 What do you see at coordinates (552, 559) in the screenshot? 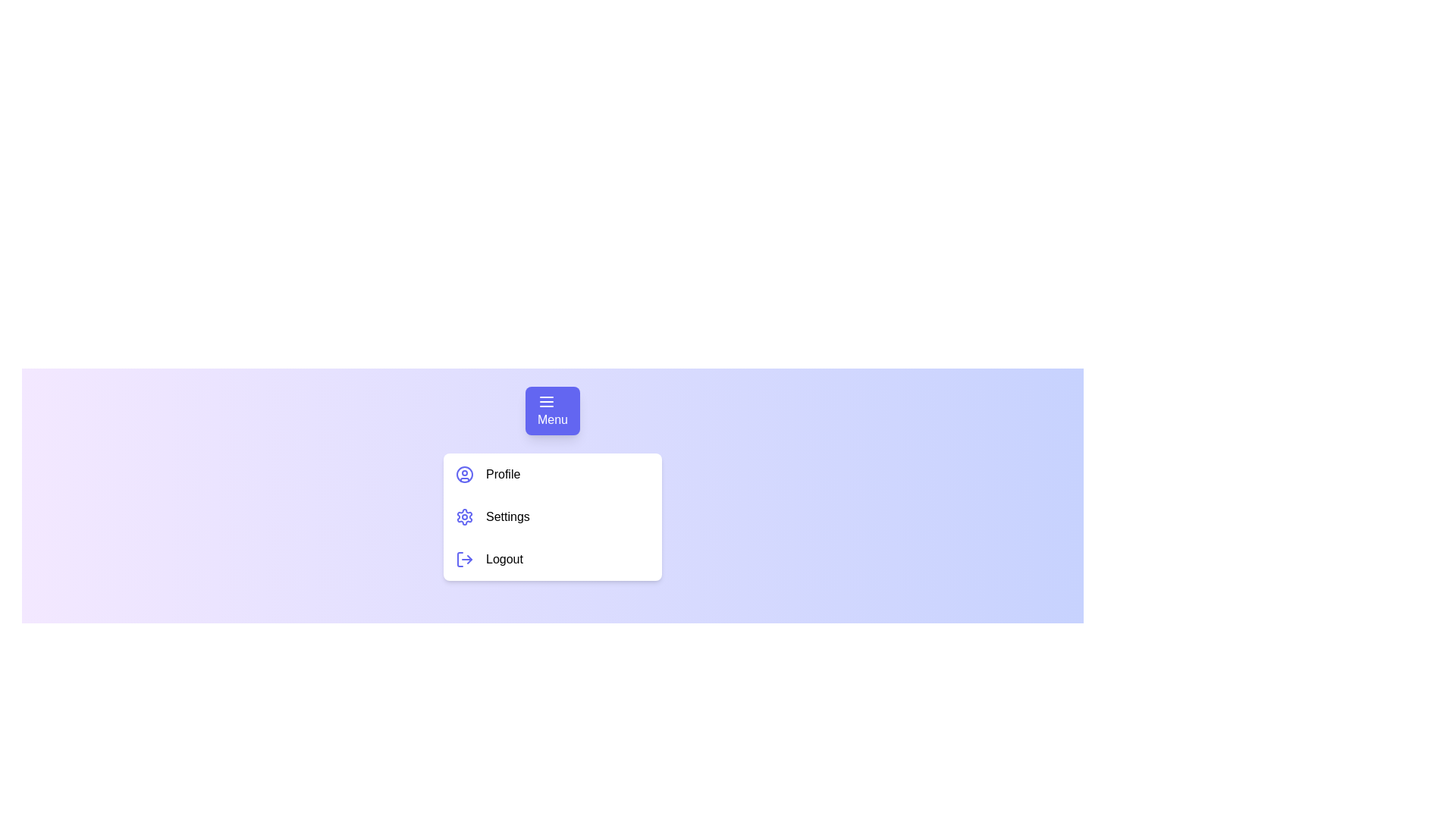
I see `the menu item labeled Logout to preview its hover state` at bounding box center [552, 559].